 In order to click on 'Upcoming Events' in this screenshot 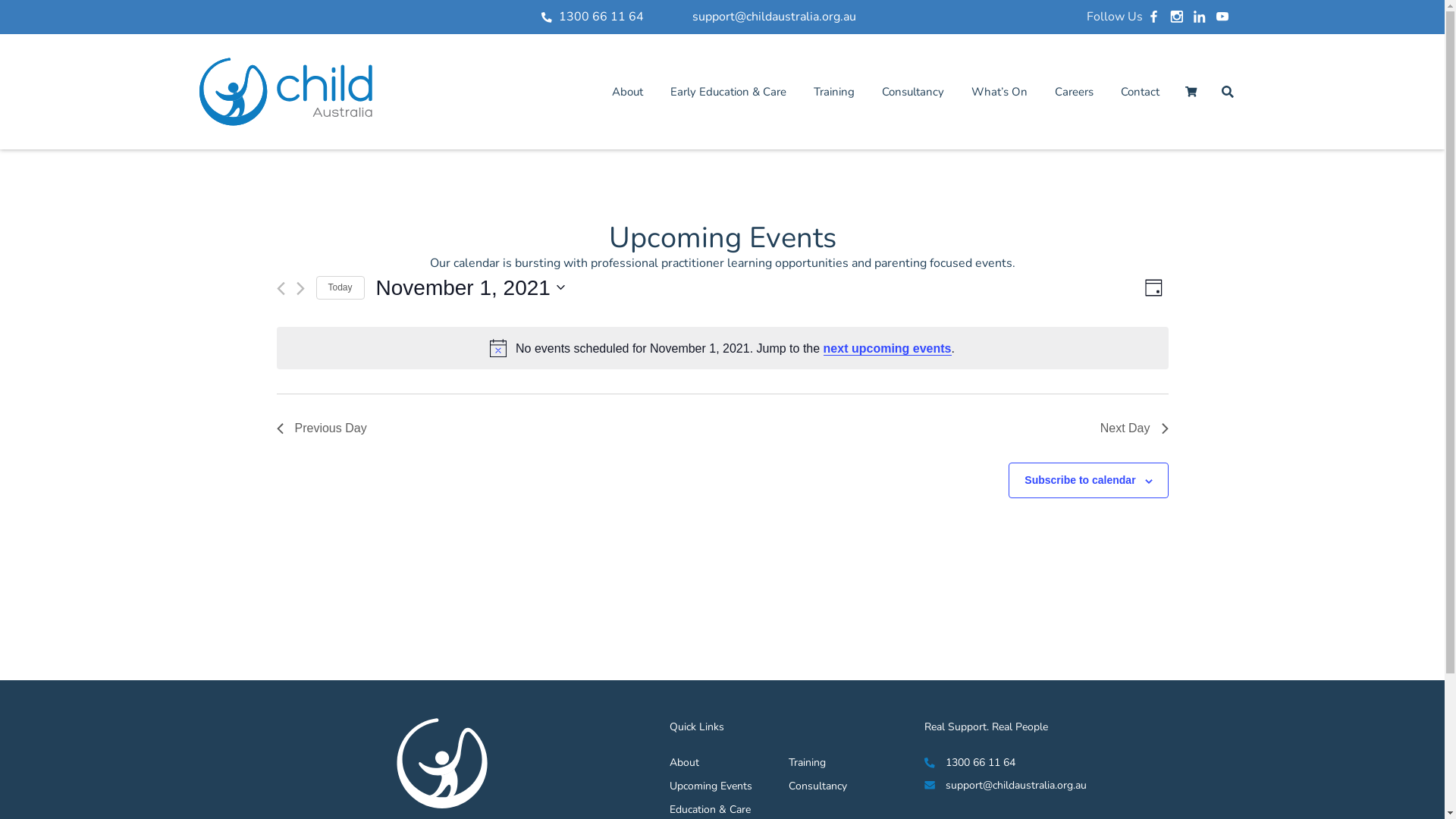, I will do `click(710, 785)`.